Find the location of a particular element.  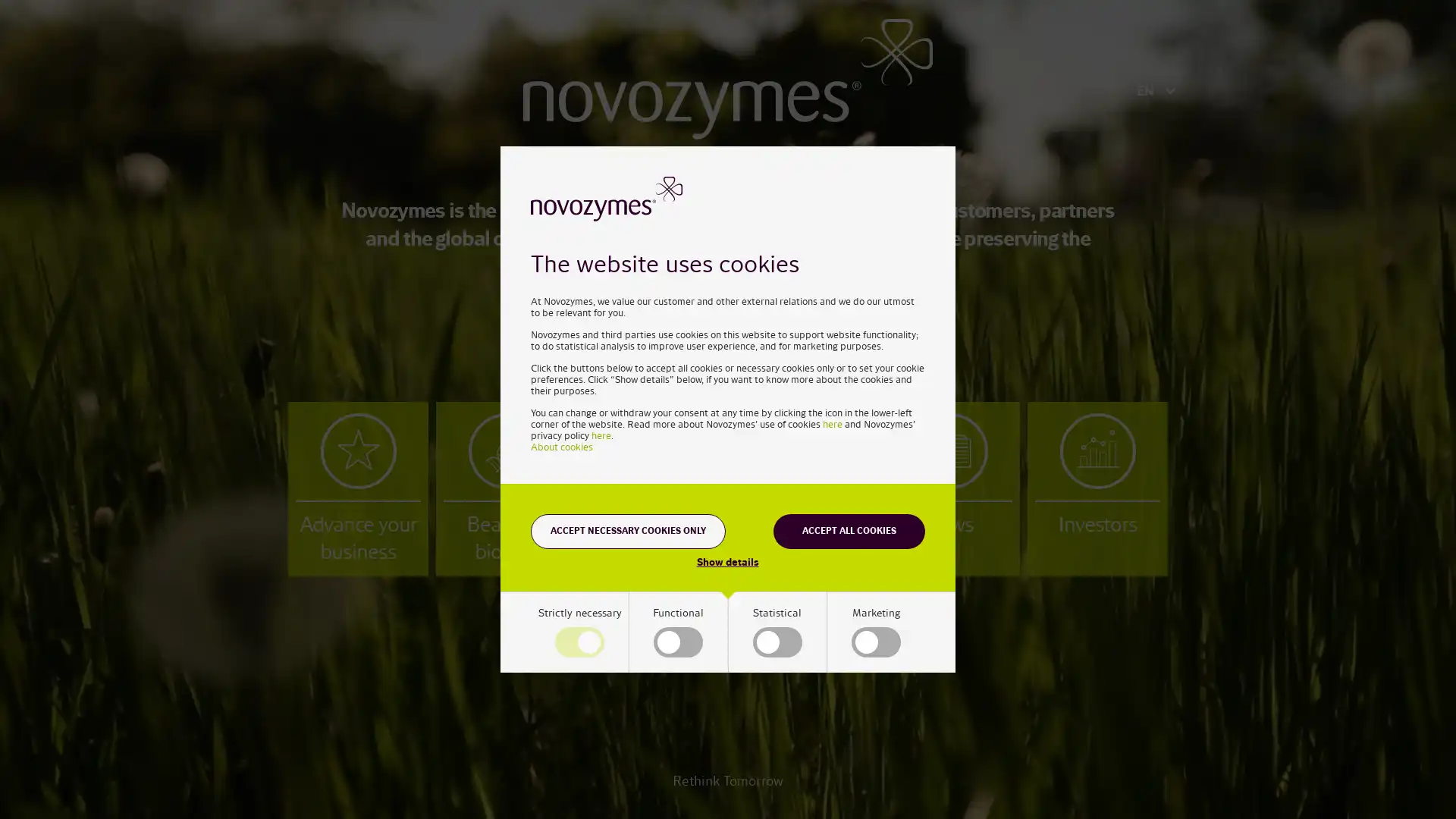

Accept all cookies is located at coordinates (848, 529).